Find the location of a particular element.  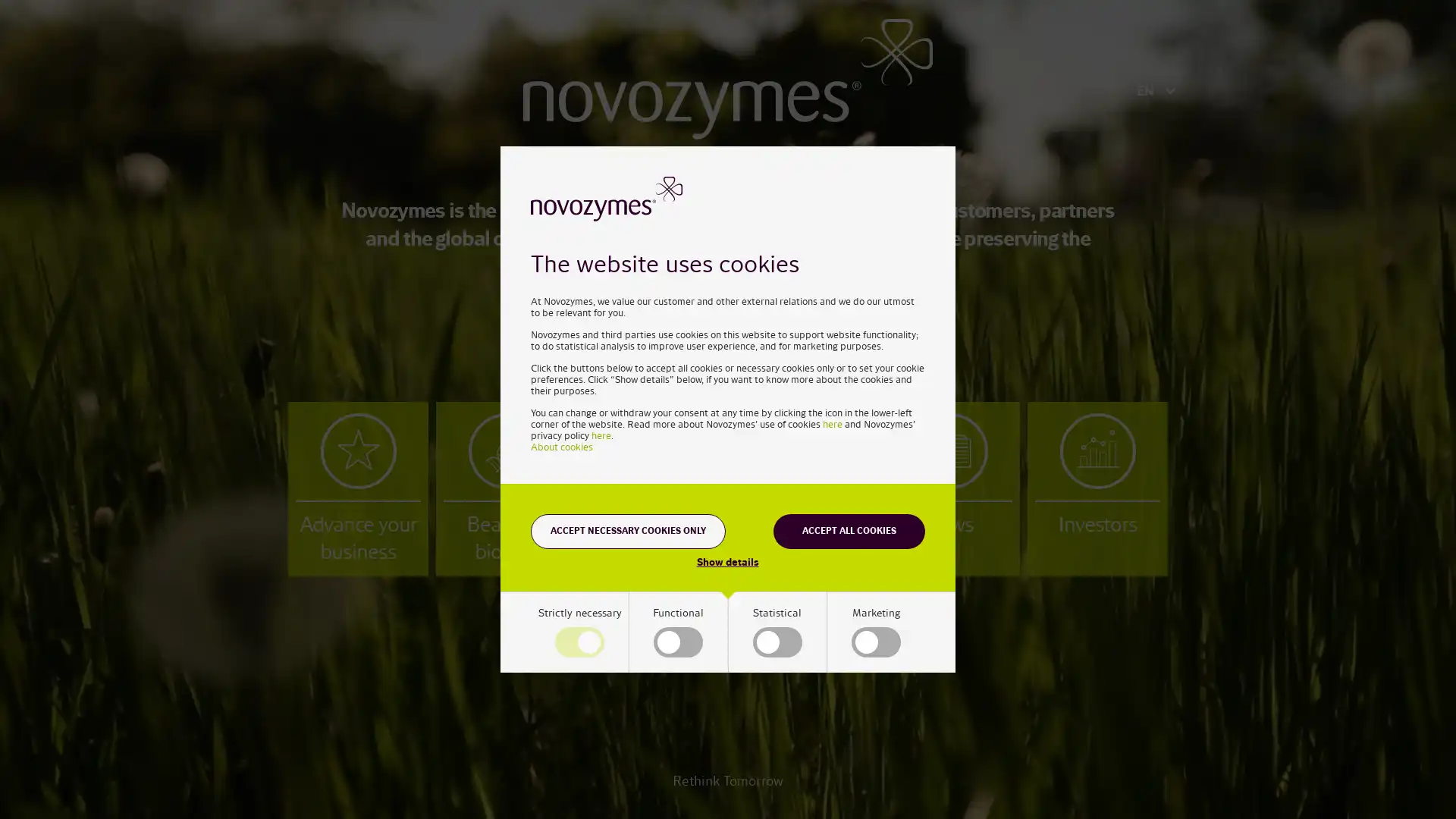

Accept all cookies is located at coordinates (848, 529).